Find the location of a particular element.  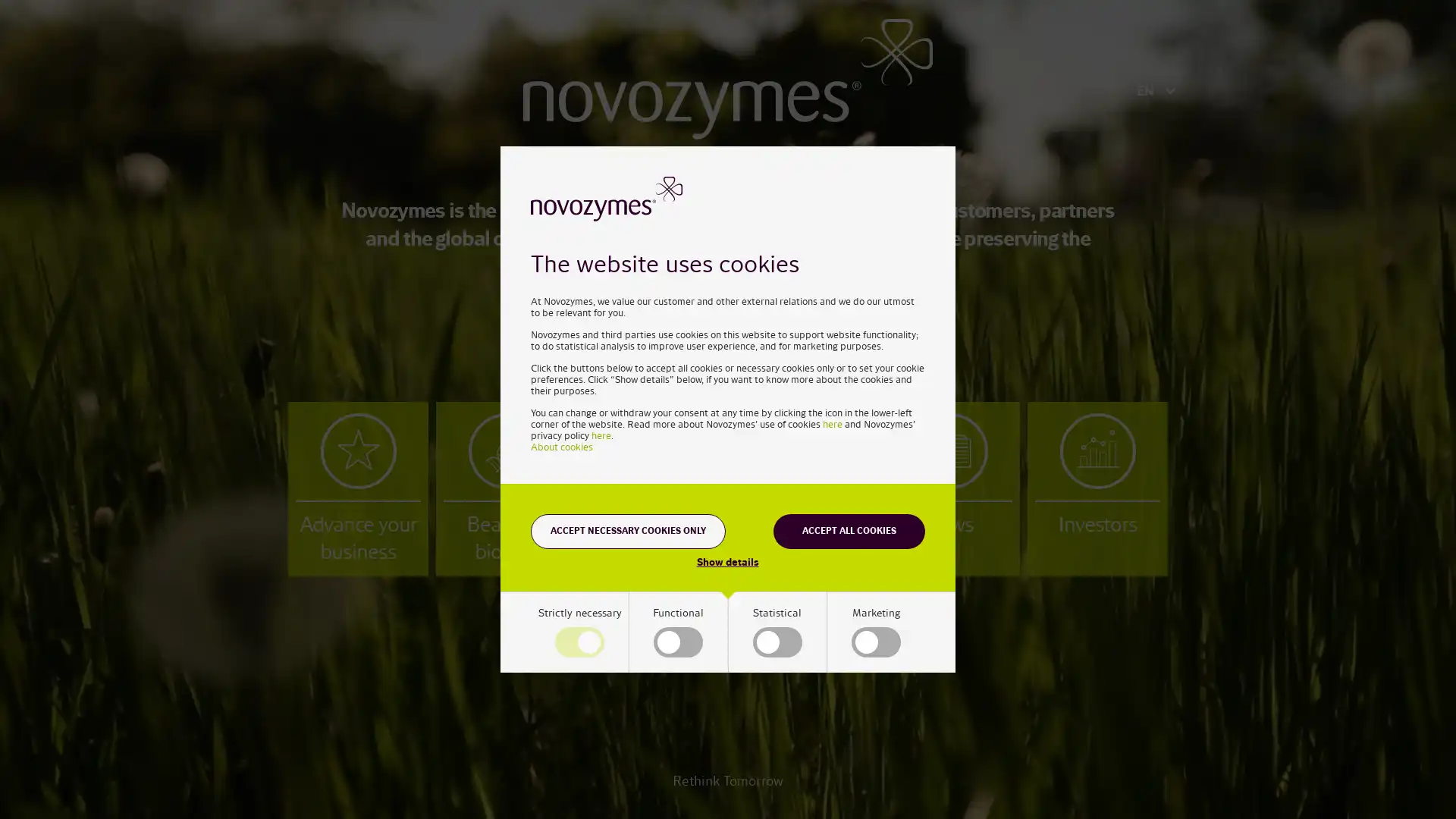

Accept all cookies is located at coordinates (848, 529).